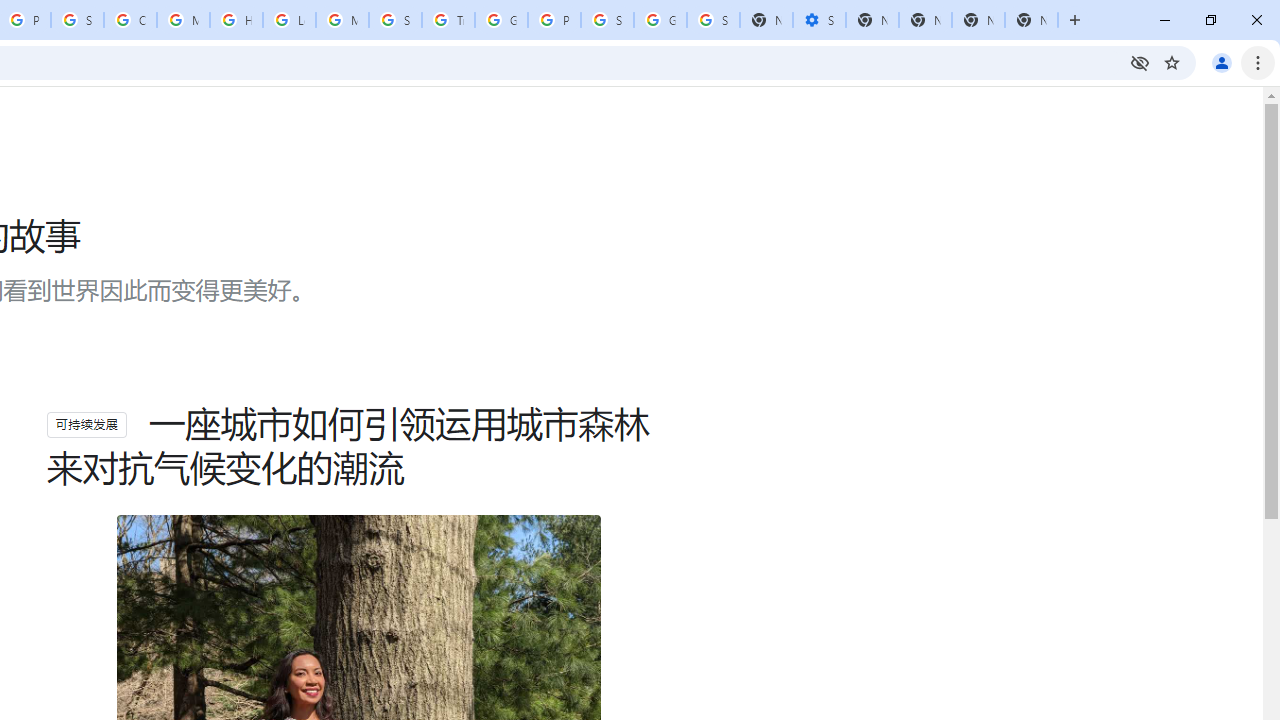 This screenshot has width=1280, height=720. Describe the element at coordinates (819, 20) in the screenshot. I see `'Settings - Performance'` at that location.